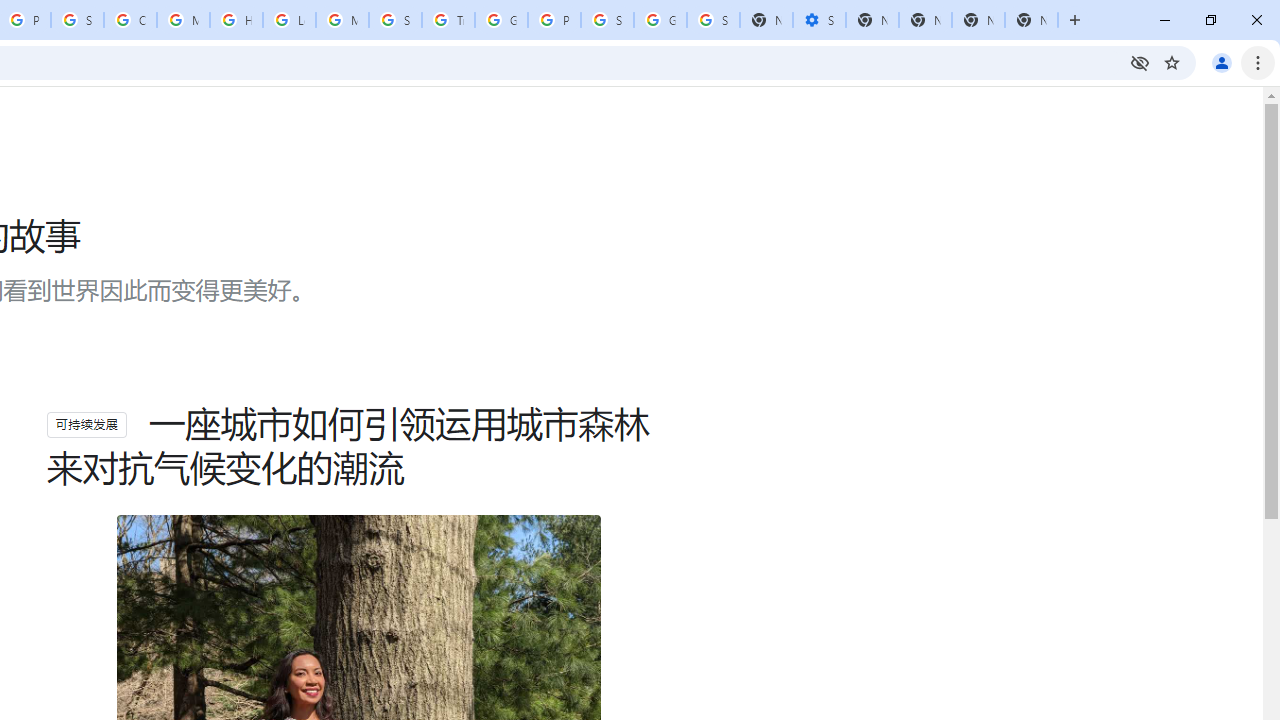 This screenshot has width=1280, height=720. Describe the element at coordinates (819, 20) in the screenshot. I see `'Settings - Performance'` at that location.